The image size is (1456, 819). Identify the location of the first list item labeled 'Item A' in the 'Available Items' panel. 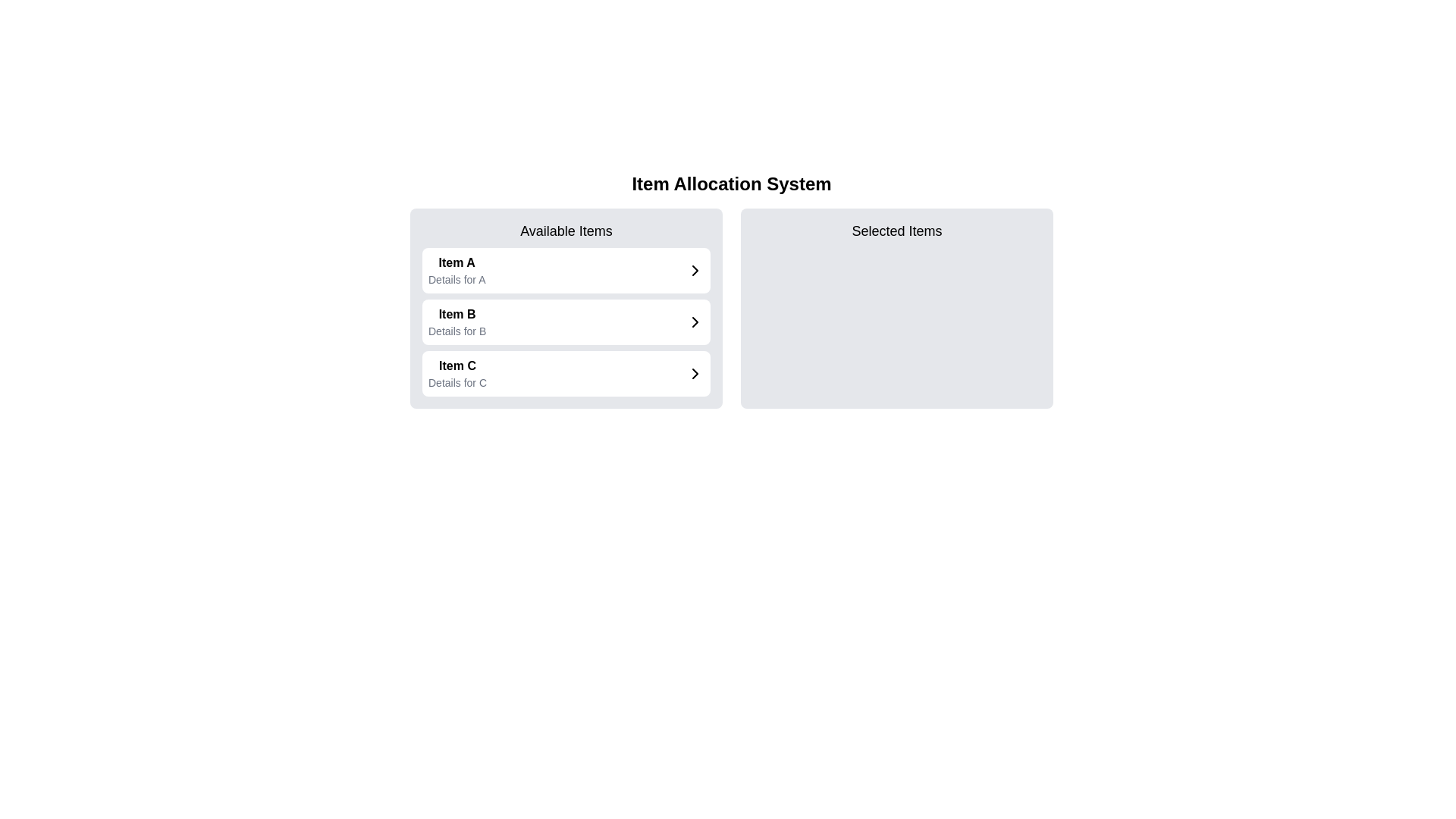
(456, 270).